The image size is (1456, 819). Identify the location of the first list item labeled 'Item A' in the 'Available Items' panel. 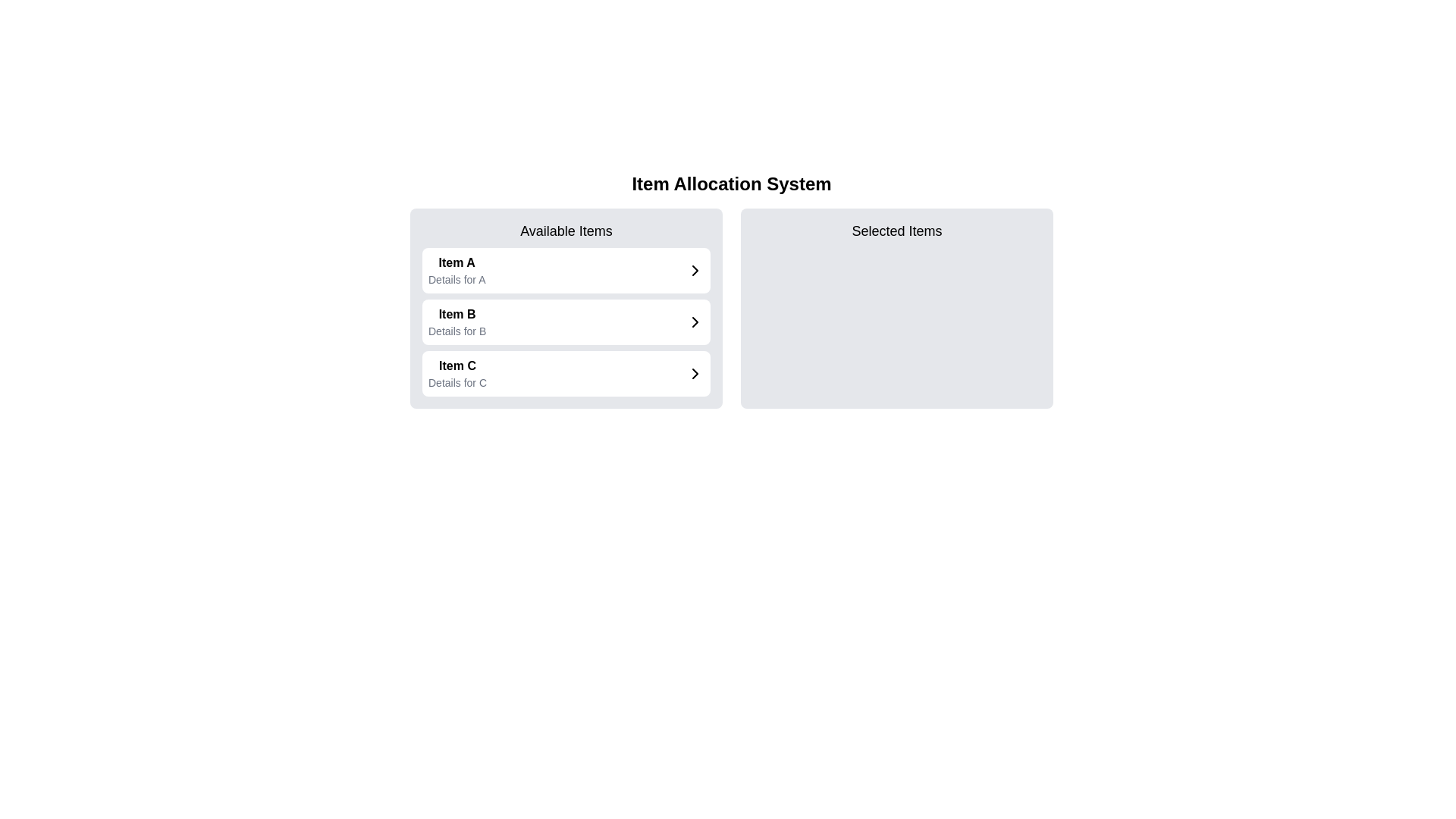
(456, 270).